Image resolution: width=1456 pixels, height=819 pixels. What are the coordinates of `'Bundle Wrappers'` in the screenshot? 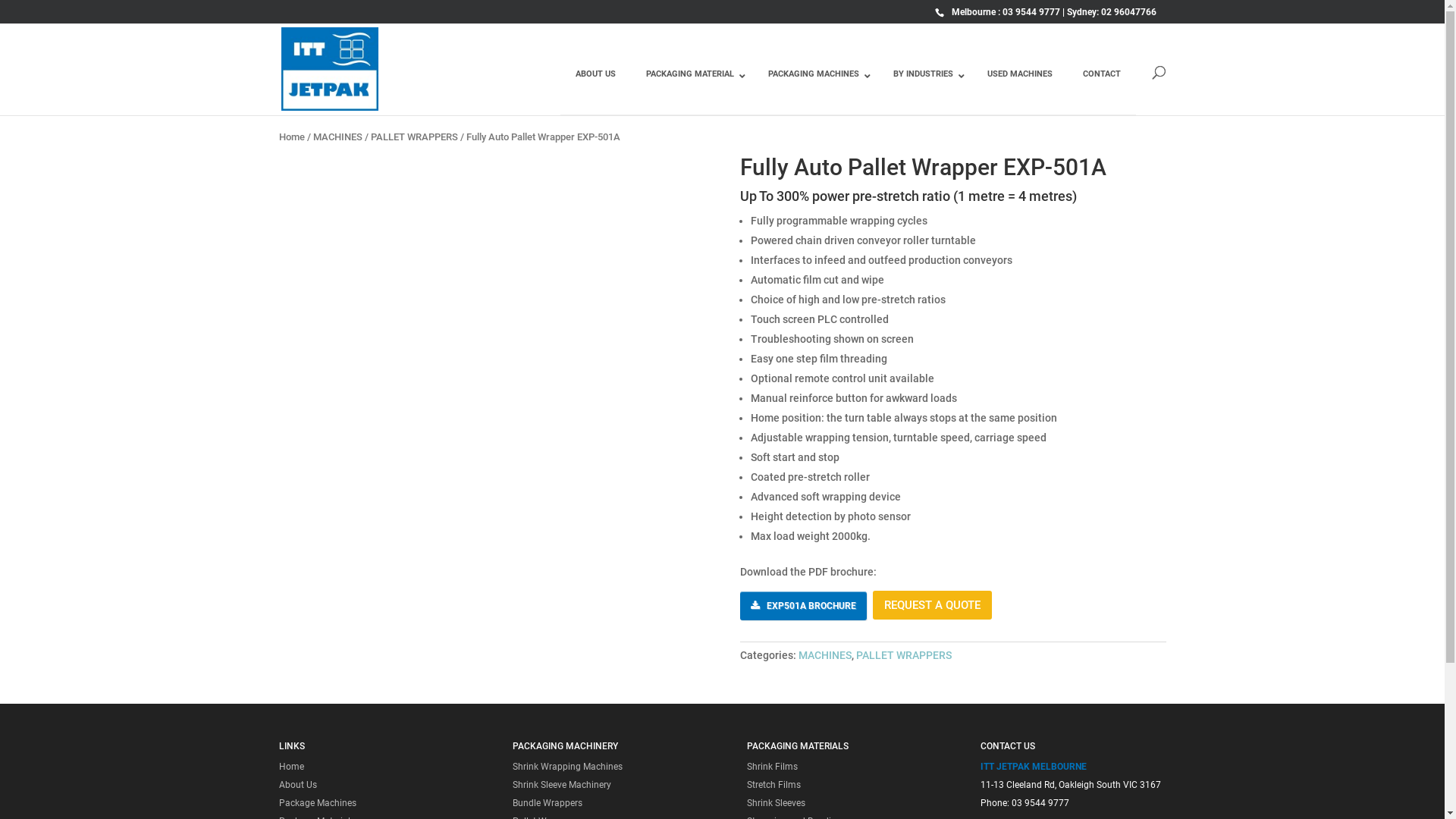 It's located at (513, 802).